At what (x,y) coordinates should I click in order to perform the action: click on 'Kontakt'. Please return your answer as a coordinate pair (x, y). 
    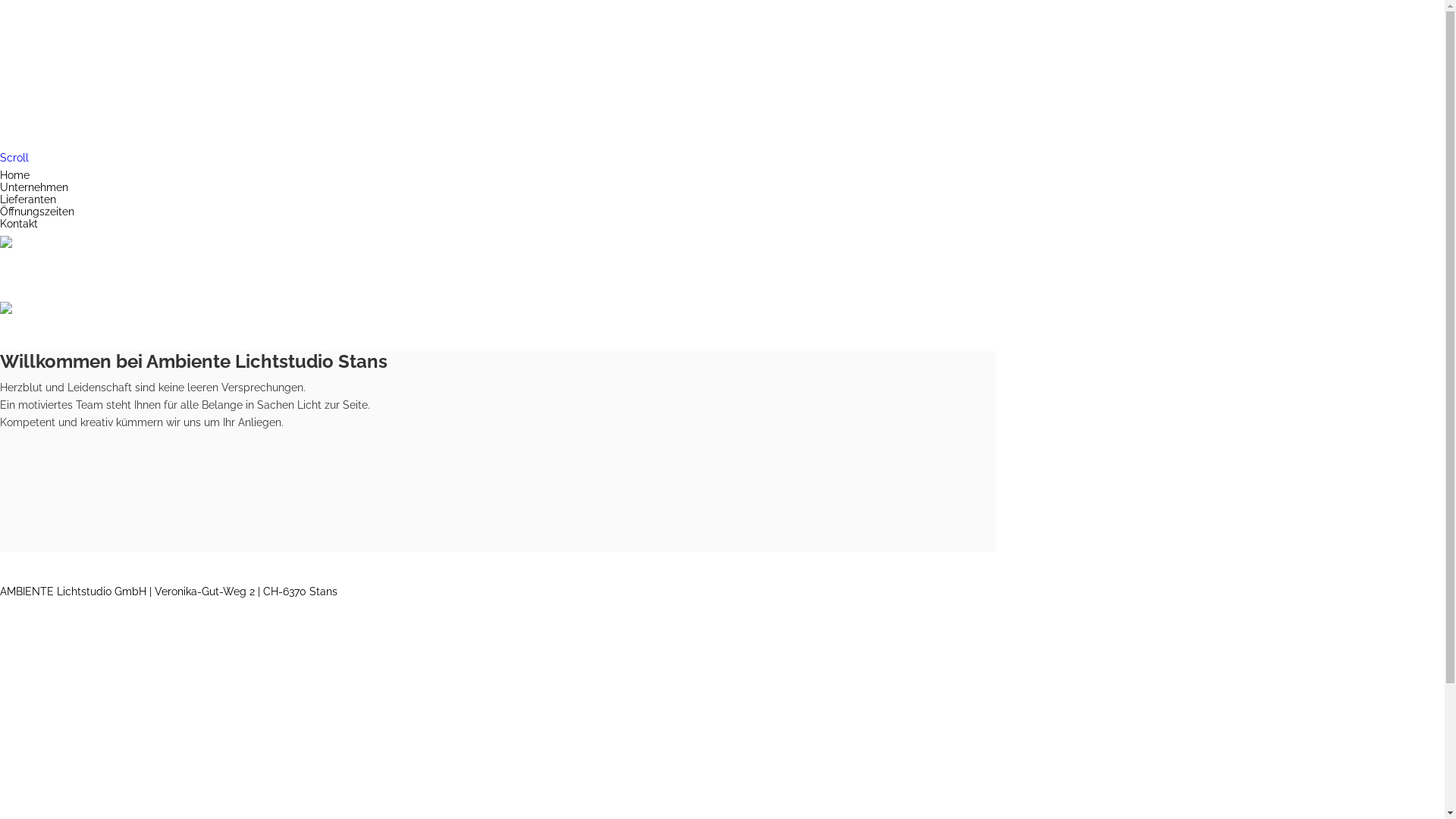
    Looking at the image, I should click on (18, 223).